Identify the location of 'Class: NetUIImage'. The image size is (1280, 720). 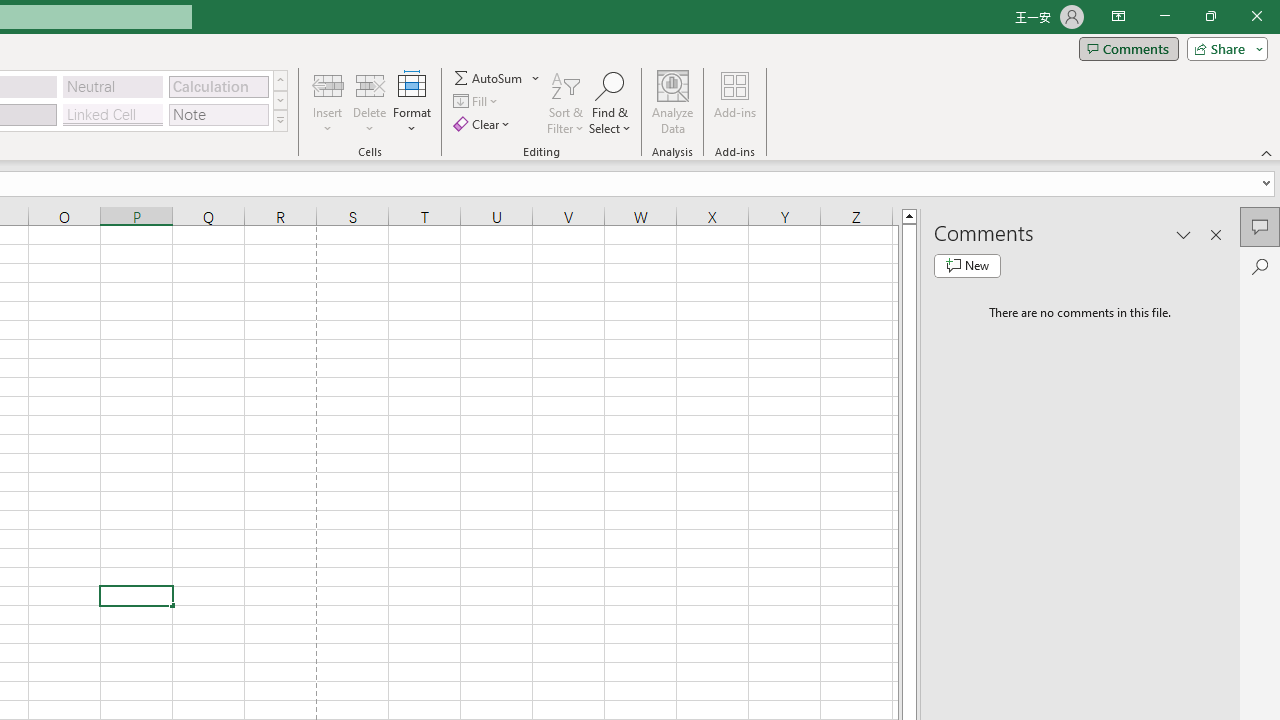
(279, 120).